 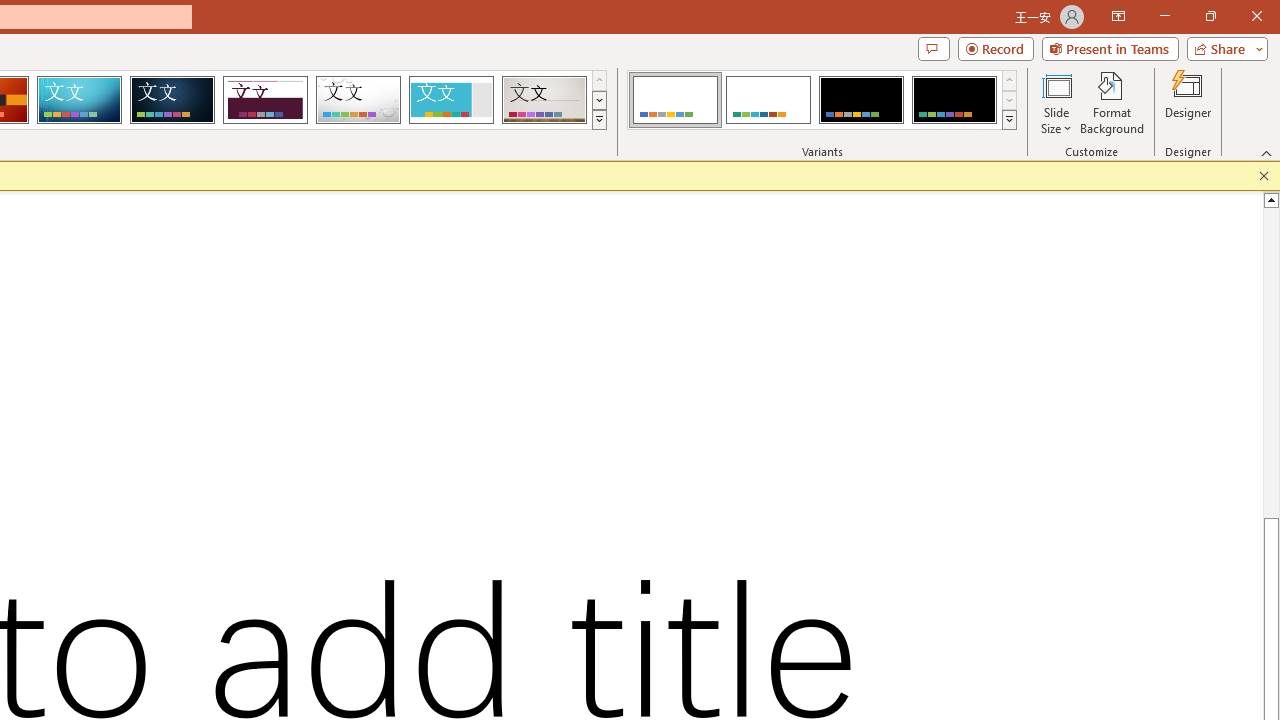 What do you see at coordinates (1055, 103) in the screenshot?
I see `'Slide Size'` at bounding box center [1055, 103].